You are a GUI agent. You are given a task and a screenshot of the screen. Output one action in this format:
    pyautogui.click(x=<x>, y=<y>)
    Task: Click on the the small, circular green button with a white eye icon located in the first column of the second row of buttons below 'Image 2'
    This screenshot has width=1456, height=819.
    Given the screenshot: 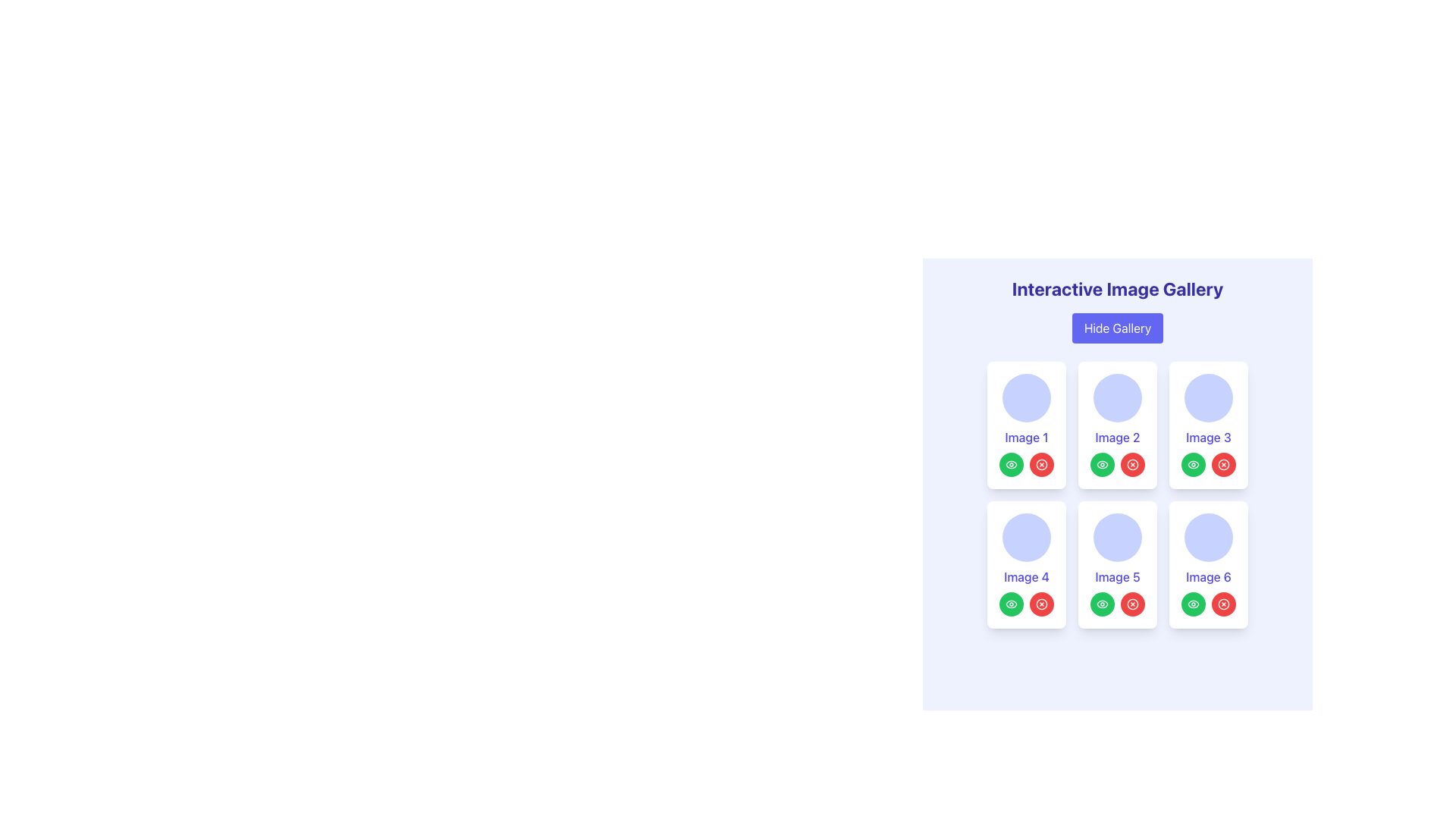 What is the action you would take?
    pyautogui.click(x=1103, y=464)
    